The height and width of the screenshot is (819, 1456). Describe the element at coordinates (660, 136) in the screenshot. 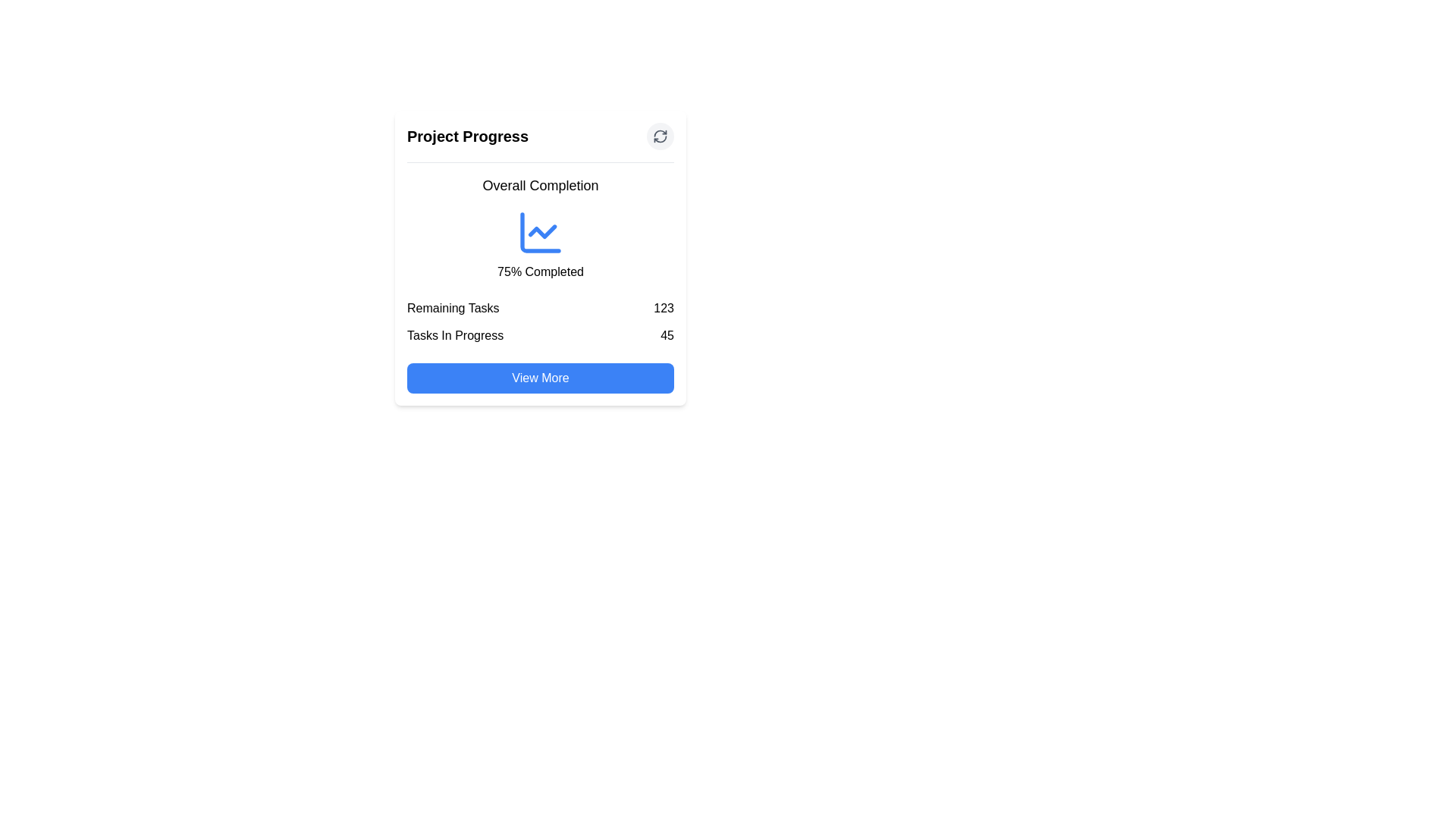

I see `the refresh icon button, represented by two circular arrows in gray, located at the top-right corner of the 'Project Progress' card to refresh the content` at that location.